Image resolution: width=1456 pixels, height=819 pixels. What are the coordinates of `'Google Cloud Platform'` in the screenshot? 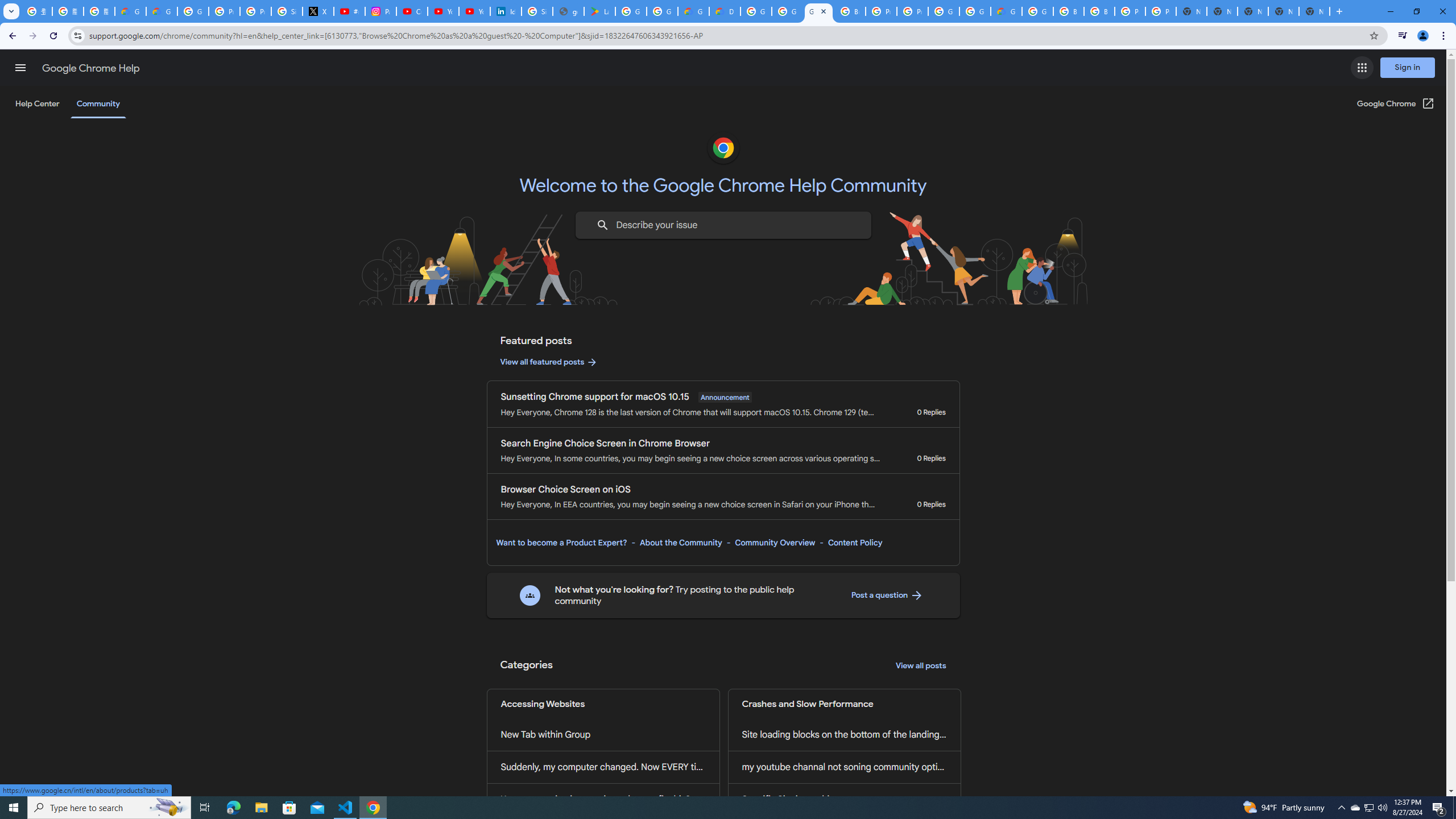 It's located at (974, 11).